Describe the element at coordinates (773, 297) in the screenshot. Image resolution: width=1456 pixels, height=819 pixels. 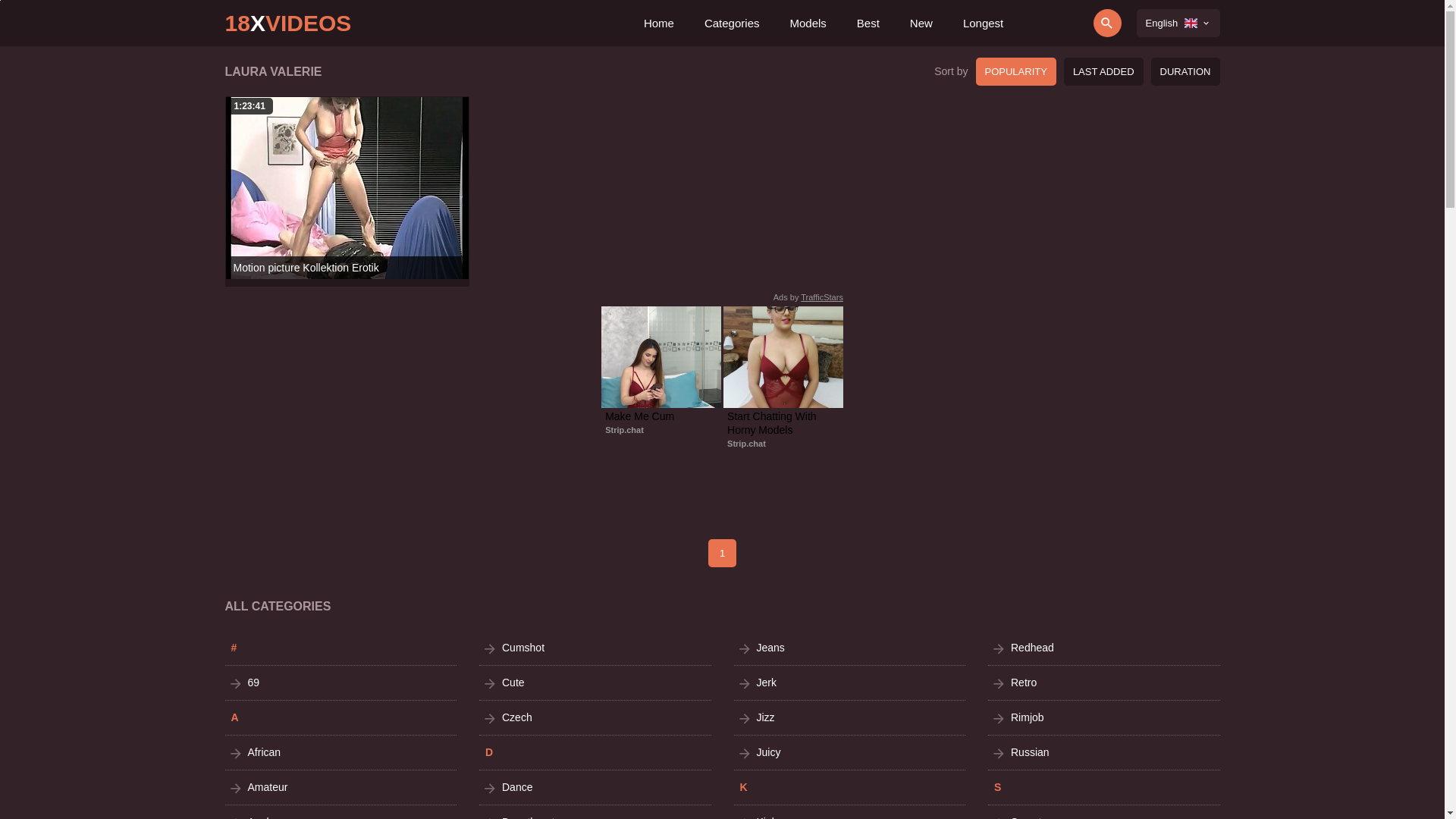
I see `'Ads by TrafficStars'` at that location.